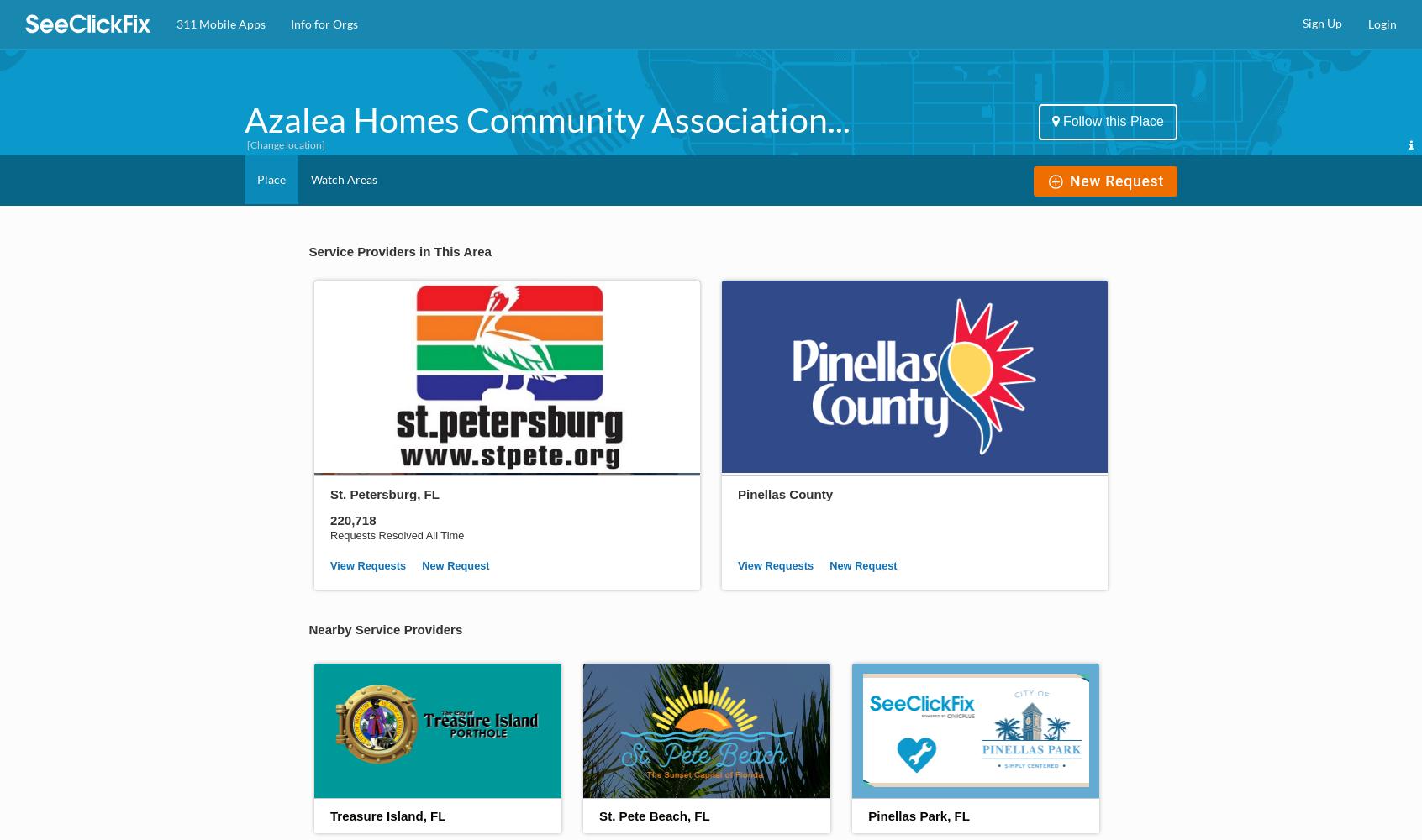 The width and height of the screenshot is (1422, 840). What do you see at coordinates (220, 24) in the screenshot?
I see `'311 Mobile Apps'` at bounding box center [220, 24].